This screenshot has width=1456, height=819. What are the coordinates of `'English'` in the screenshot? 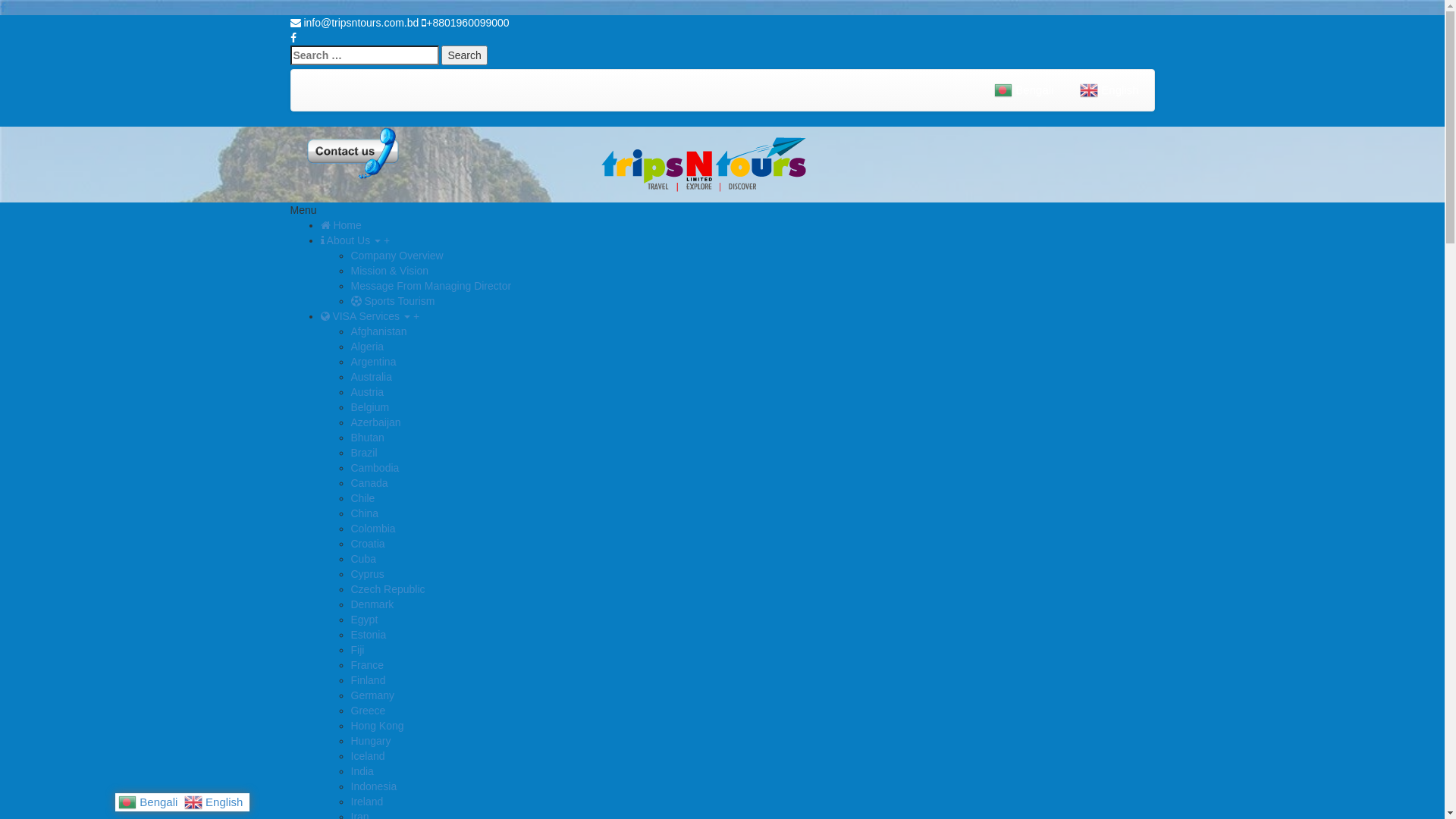 It's located at (1110, 90).